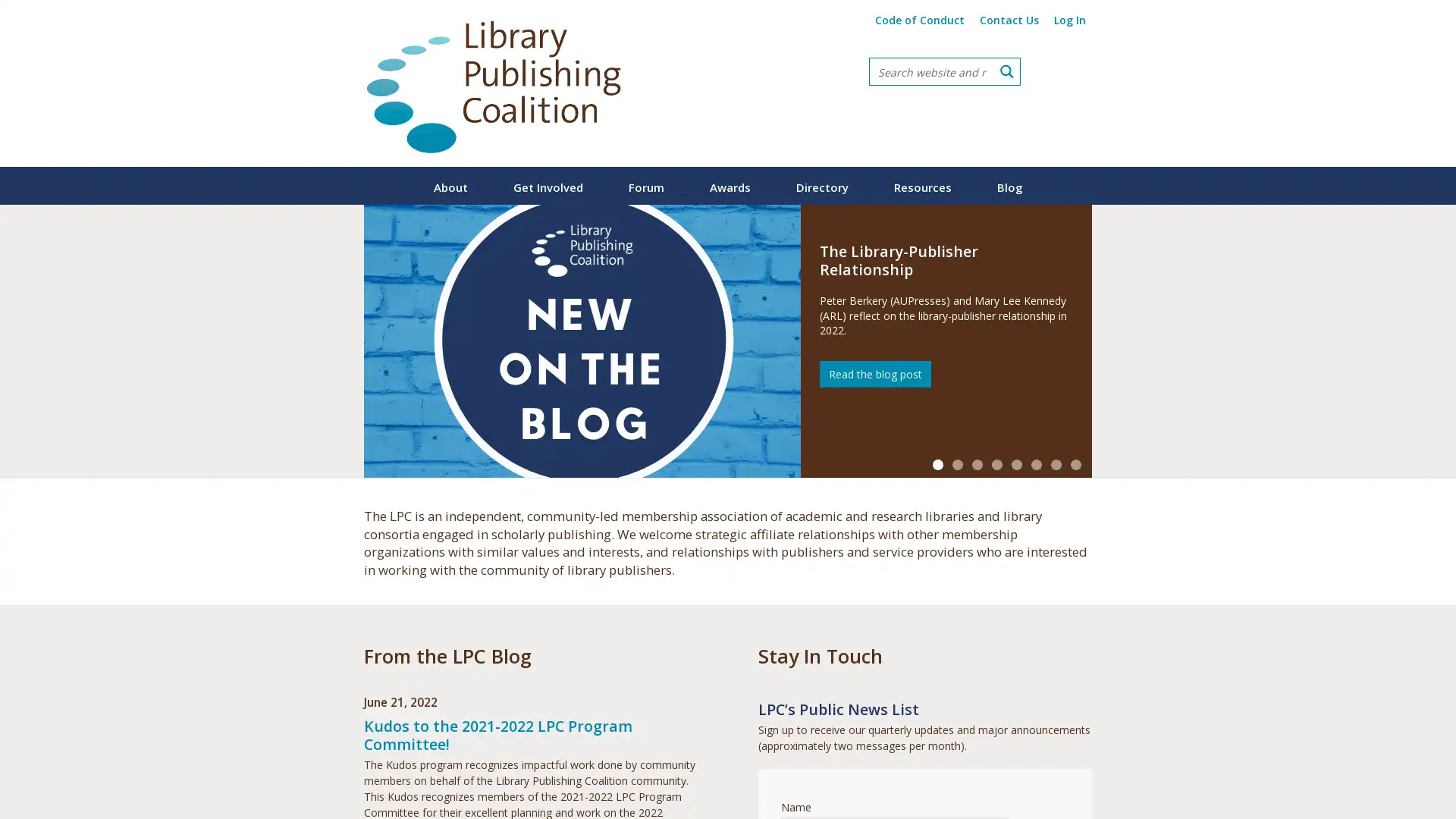  Describe the element at coordinates (1075, 464) in the screenshot. I see `Go to slide 8` at that location.